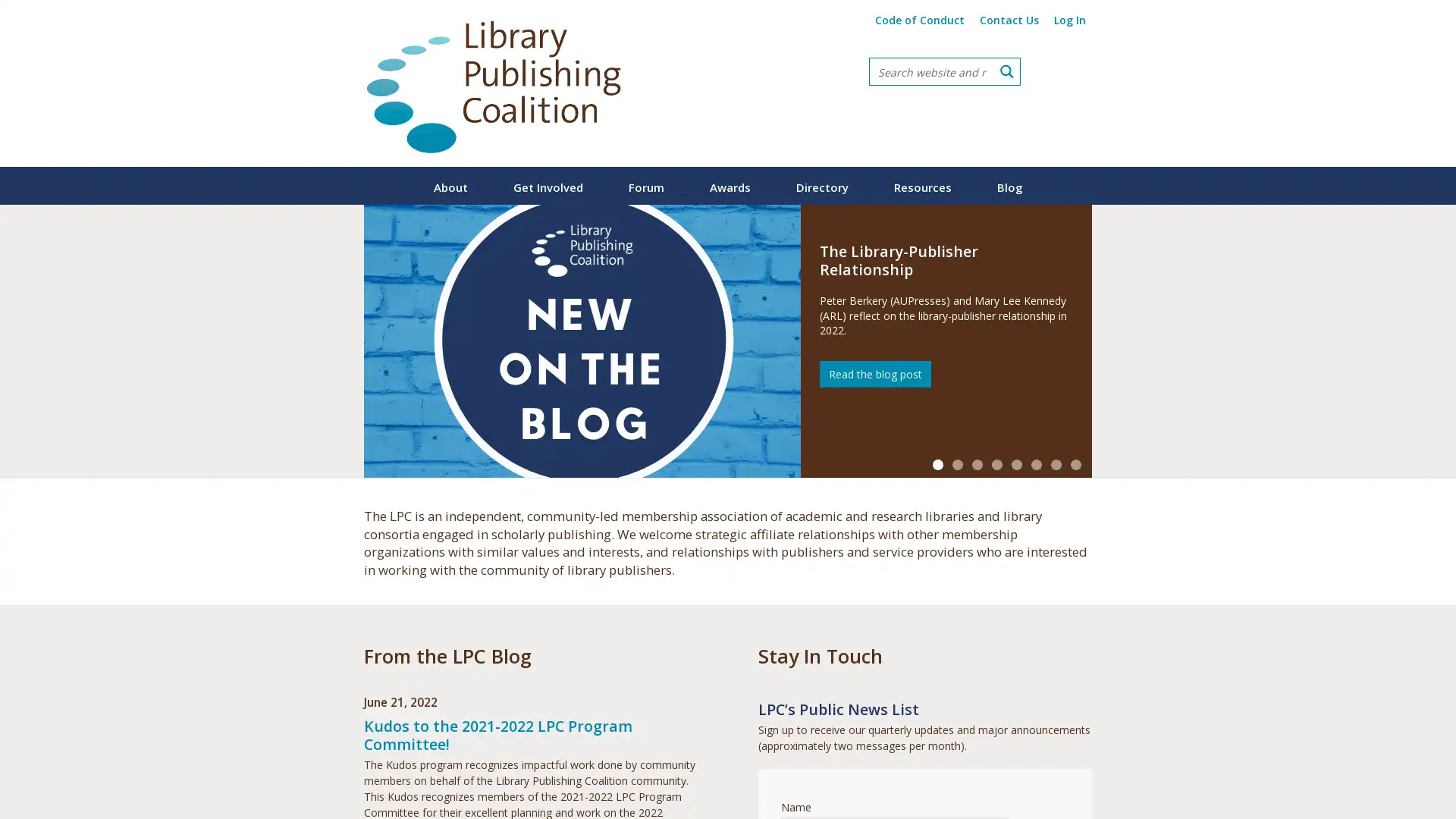  Describe the element at coordinates (1075, 464) in the screenshot. I see `Go to slide 8` at that location.